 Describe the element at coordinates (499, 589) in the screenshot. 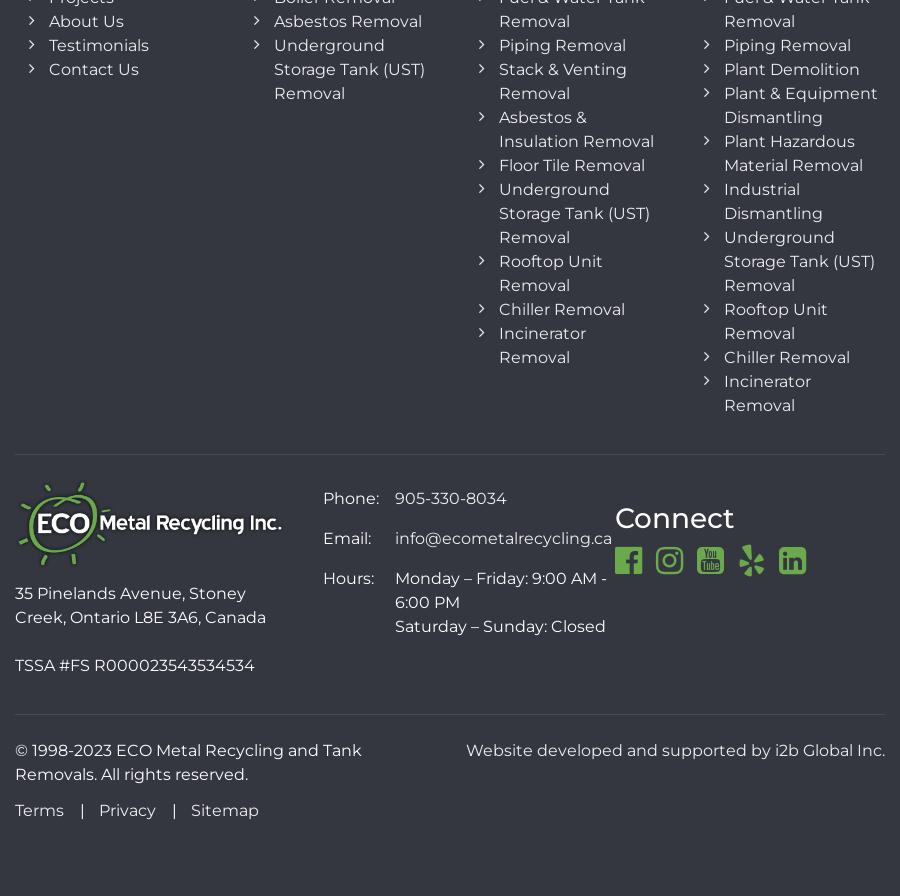

I see `'Monday  – Friday: 9:00 AM - 6:00 PM'` at that location.